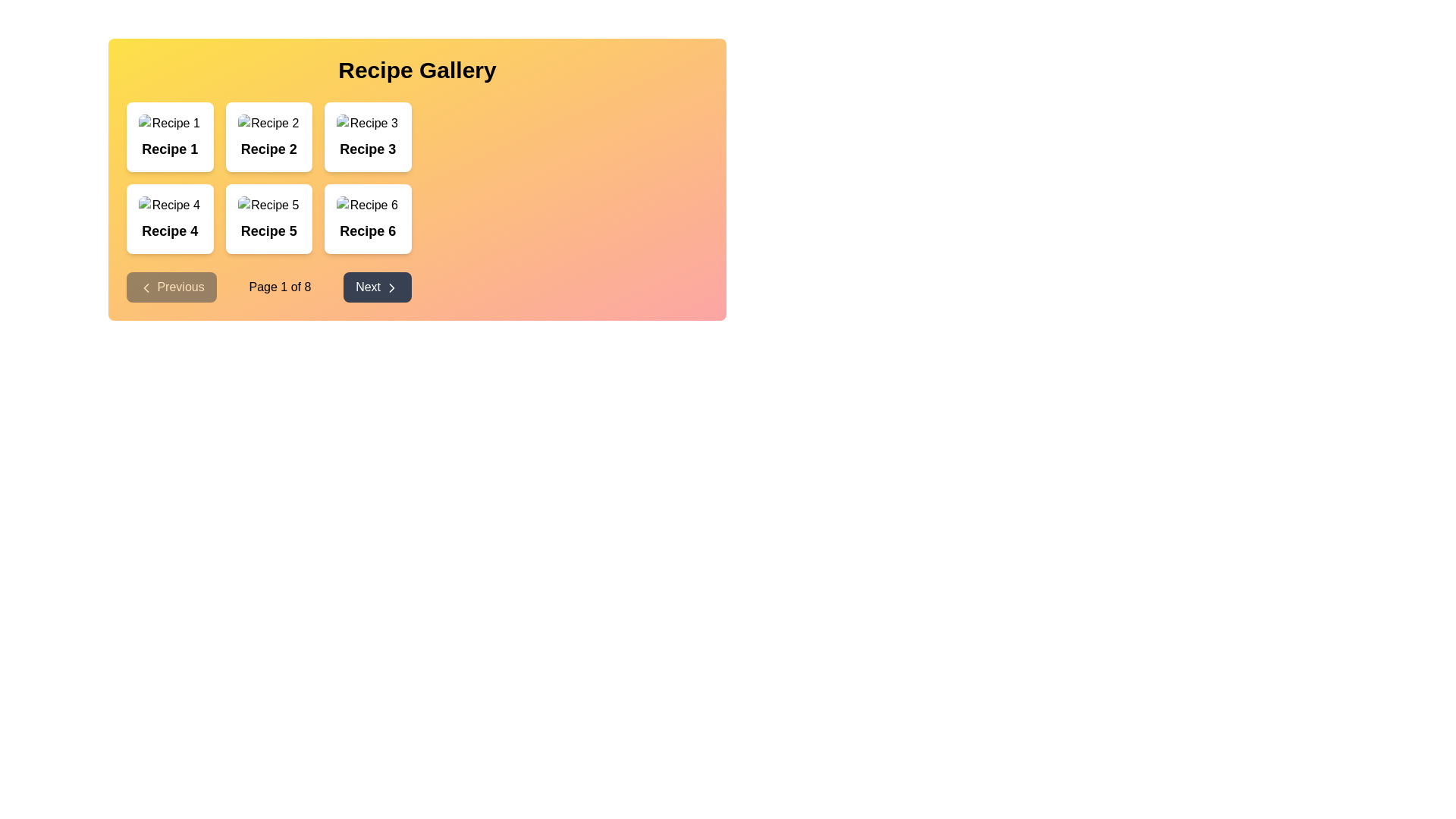 The width and height of the screenshot is (1456, 819). Describe the element at coordinates (268, 149) in the screenshot. I see `the 'Recipe 2' label, which is displayed in a bold font style and located at the bottom of the second card in the top row of the 'Recipe Gallery' section` at that location.